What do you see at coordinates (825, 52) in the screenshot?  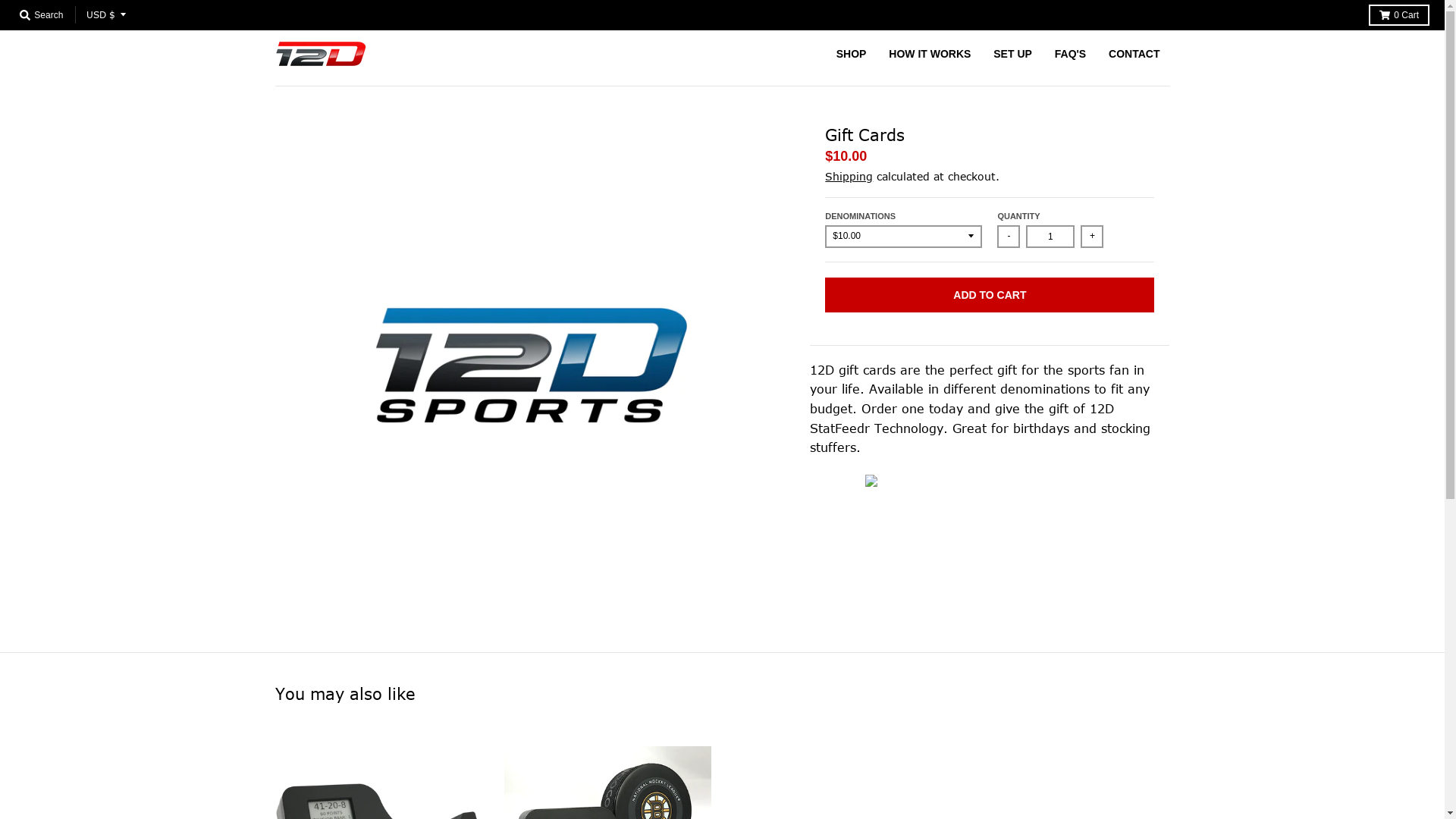 I see `'SHOP'` at bounding box center [825, 52].